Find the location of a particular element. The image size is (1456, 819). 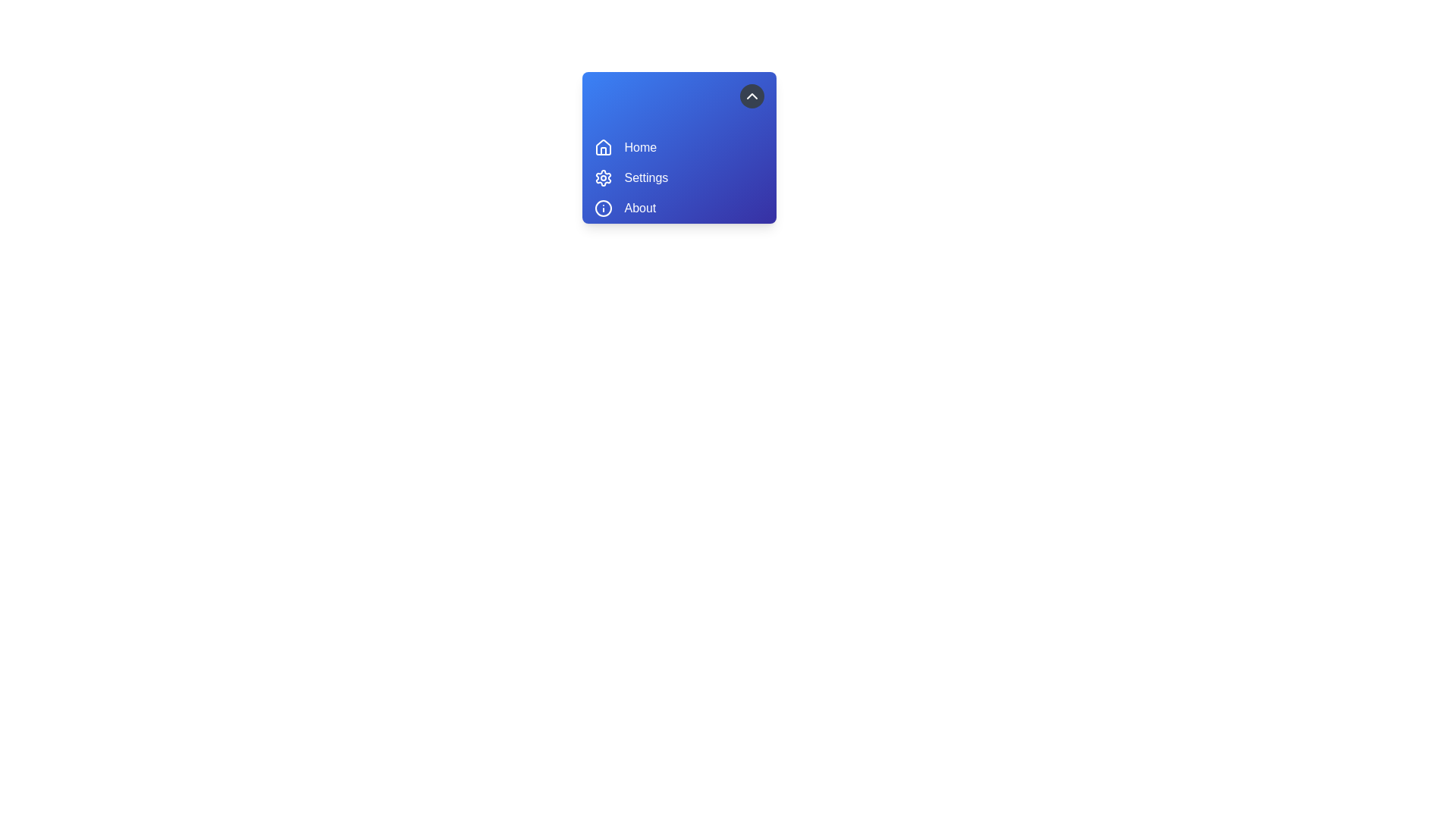

the 'Home' menu item within the vertical blue gradient panel containing navigation items 'Home', 'Settings', and 'About' is located at coordinates (678, 148).